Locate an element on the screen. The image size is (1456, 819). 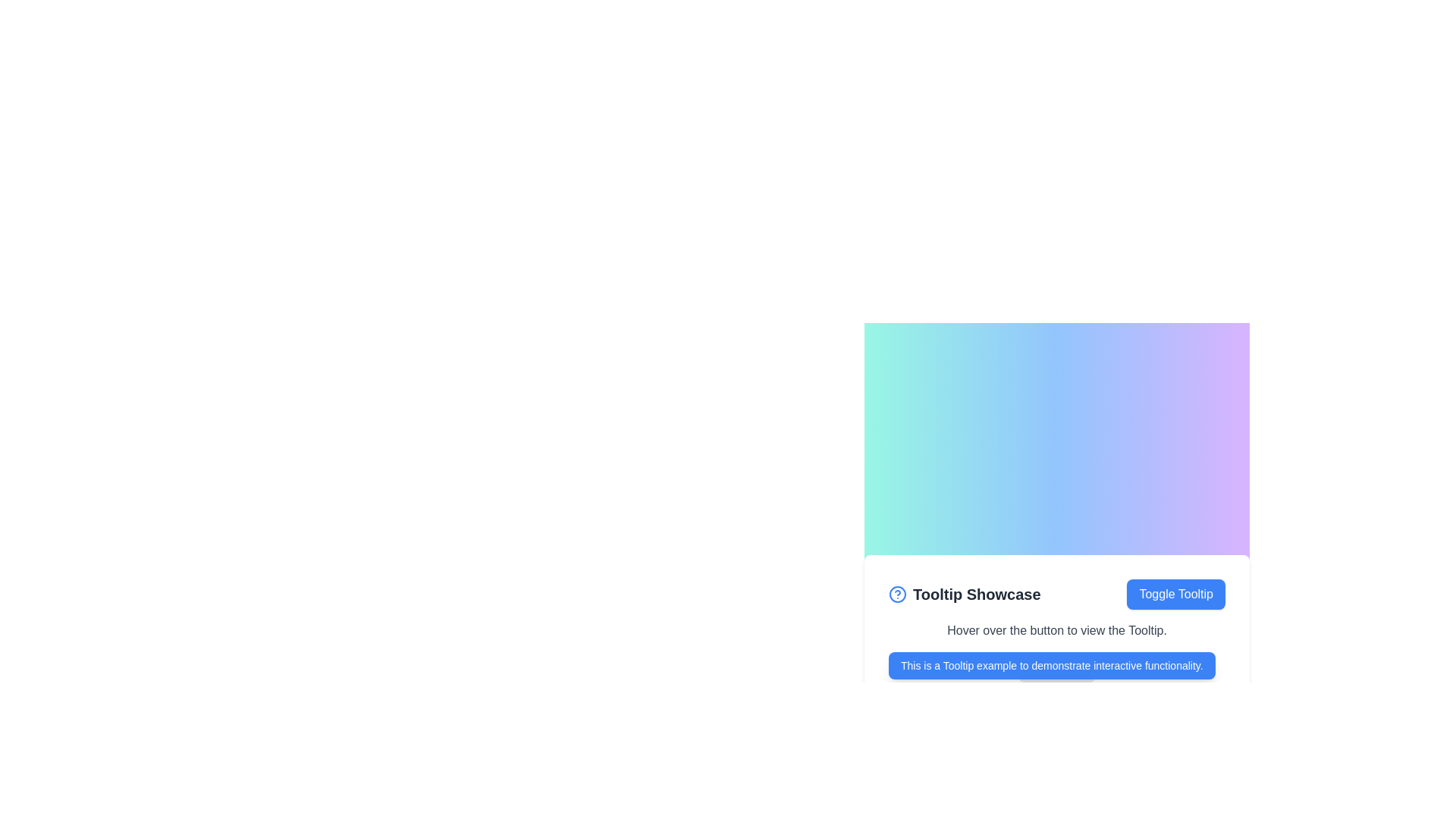
the circular help icon with a blue stroke located to the left of the 'Tooltip Showcase' text in the header section is located at coordinates (898, 593).